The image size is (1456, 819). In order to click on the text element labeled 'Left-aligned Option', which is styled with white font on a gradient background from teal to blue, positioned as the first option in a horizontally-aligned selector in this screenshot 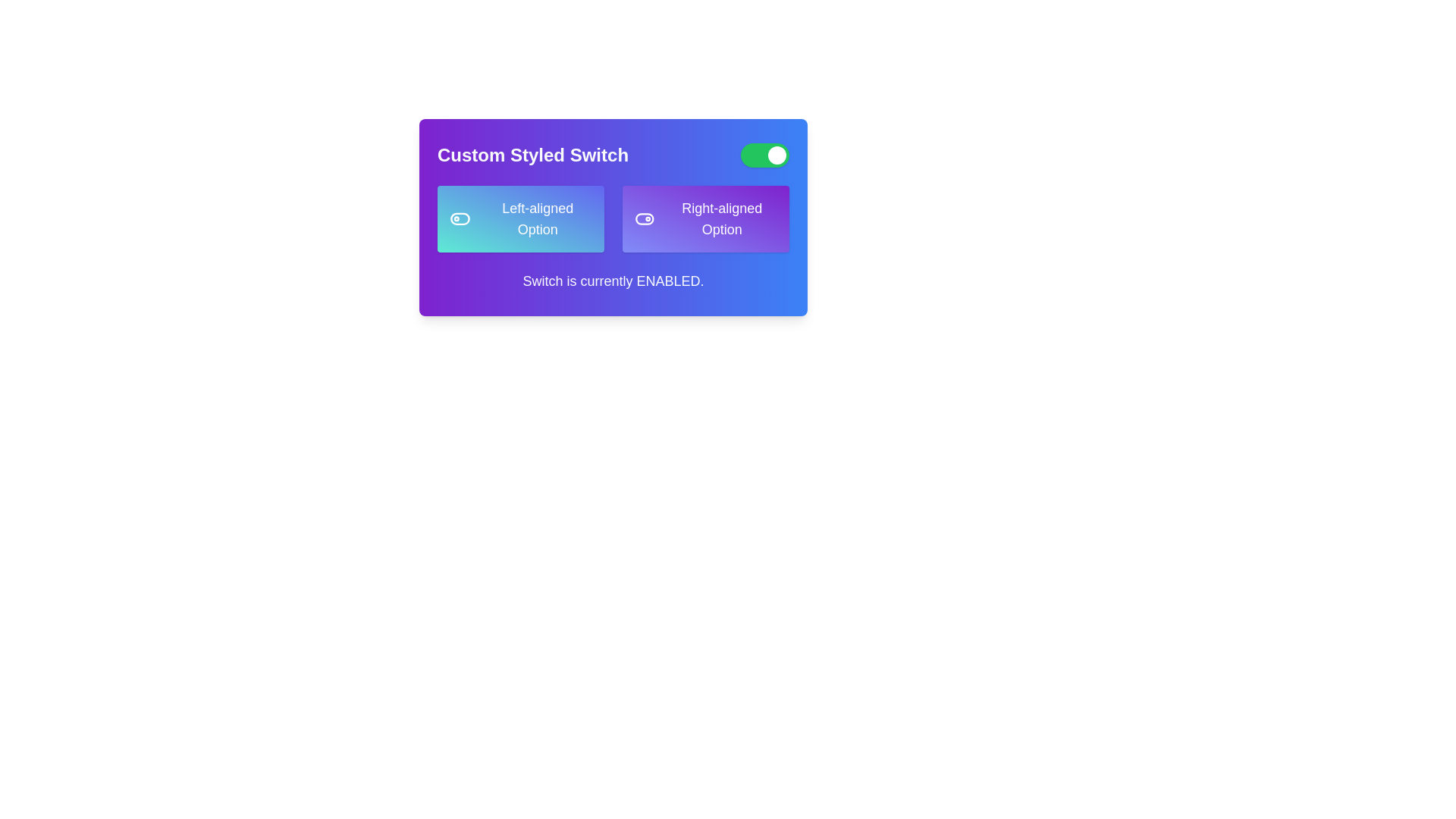, I will do `click(538, 219)`.